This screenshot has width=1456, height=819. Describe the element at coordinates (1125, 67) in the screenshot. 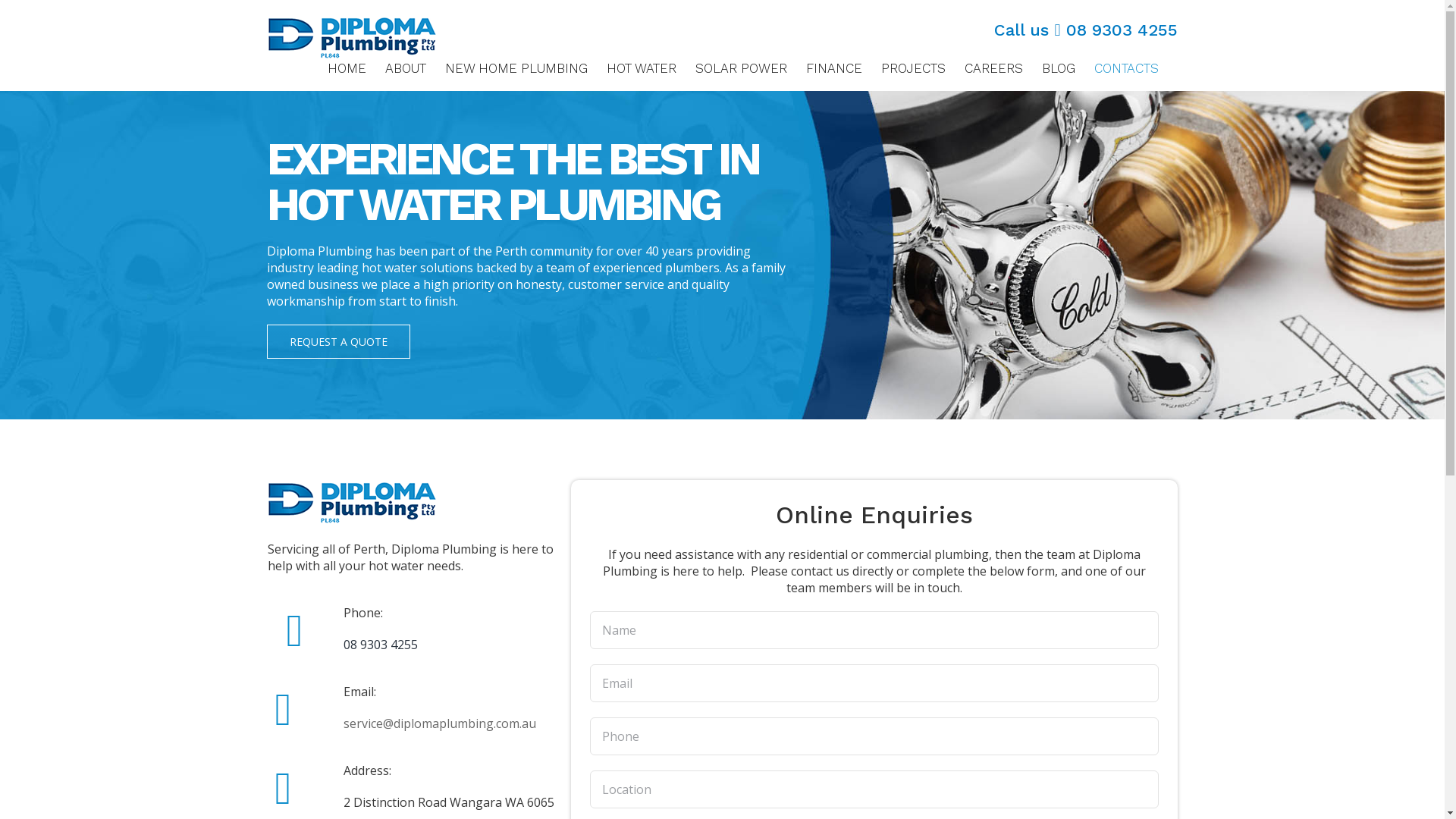

I see `'CONTACTS'` at that location.